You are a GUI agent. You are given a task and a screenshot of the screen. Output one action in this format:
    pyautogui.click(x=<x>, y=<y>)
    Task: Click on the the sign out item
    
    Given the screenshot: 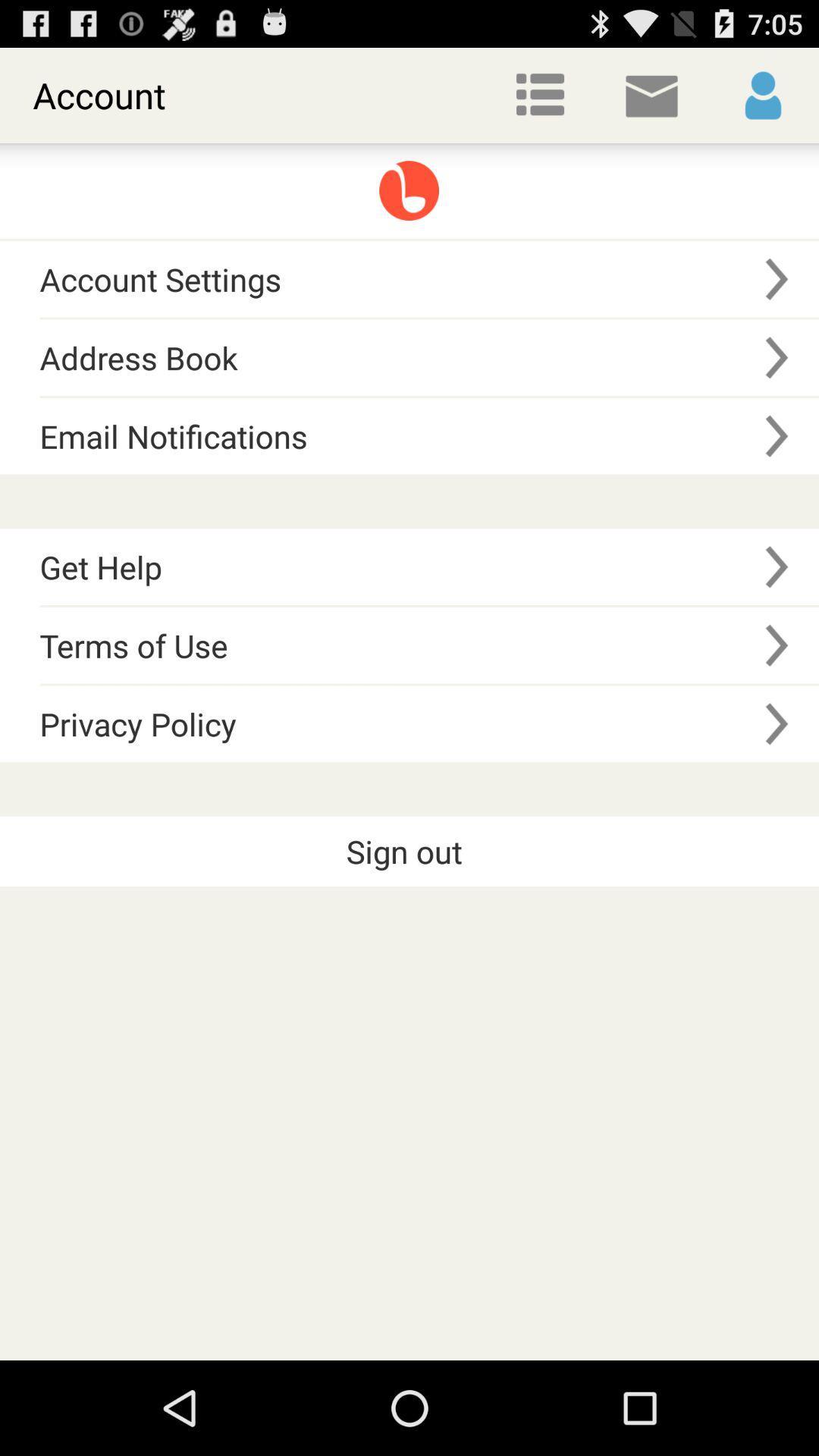 What is the action you would take?
    pyautogui.click(x=409, y=852)
    